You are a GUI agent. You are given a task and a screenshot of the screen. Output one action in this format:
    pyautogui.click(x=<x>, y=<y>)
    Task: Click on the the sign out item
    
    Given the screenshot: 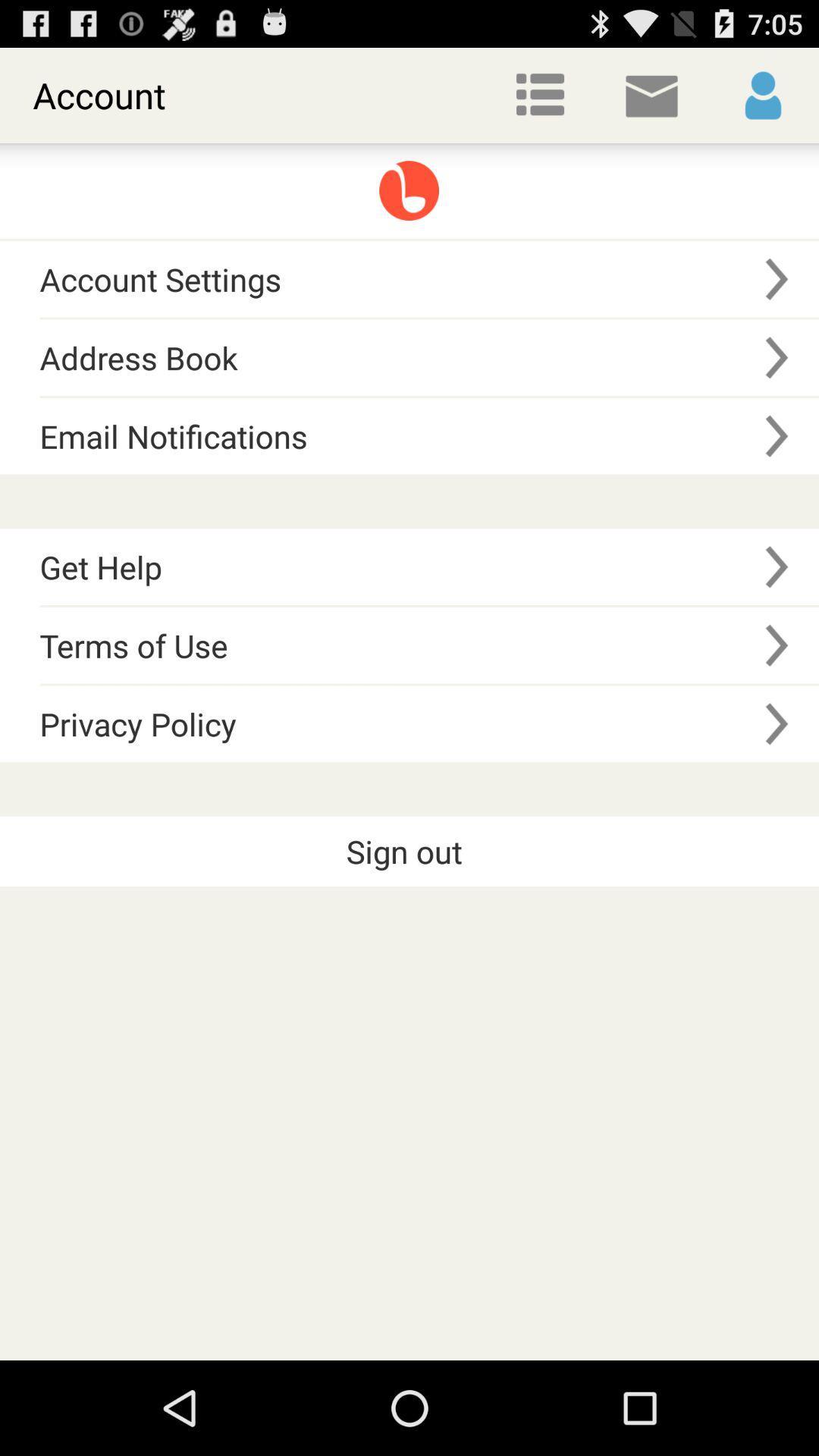 What is the action you would take?
    pyautogui.click(x=409, y=852)
    